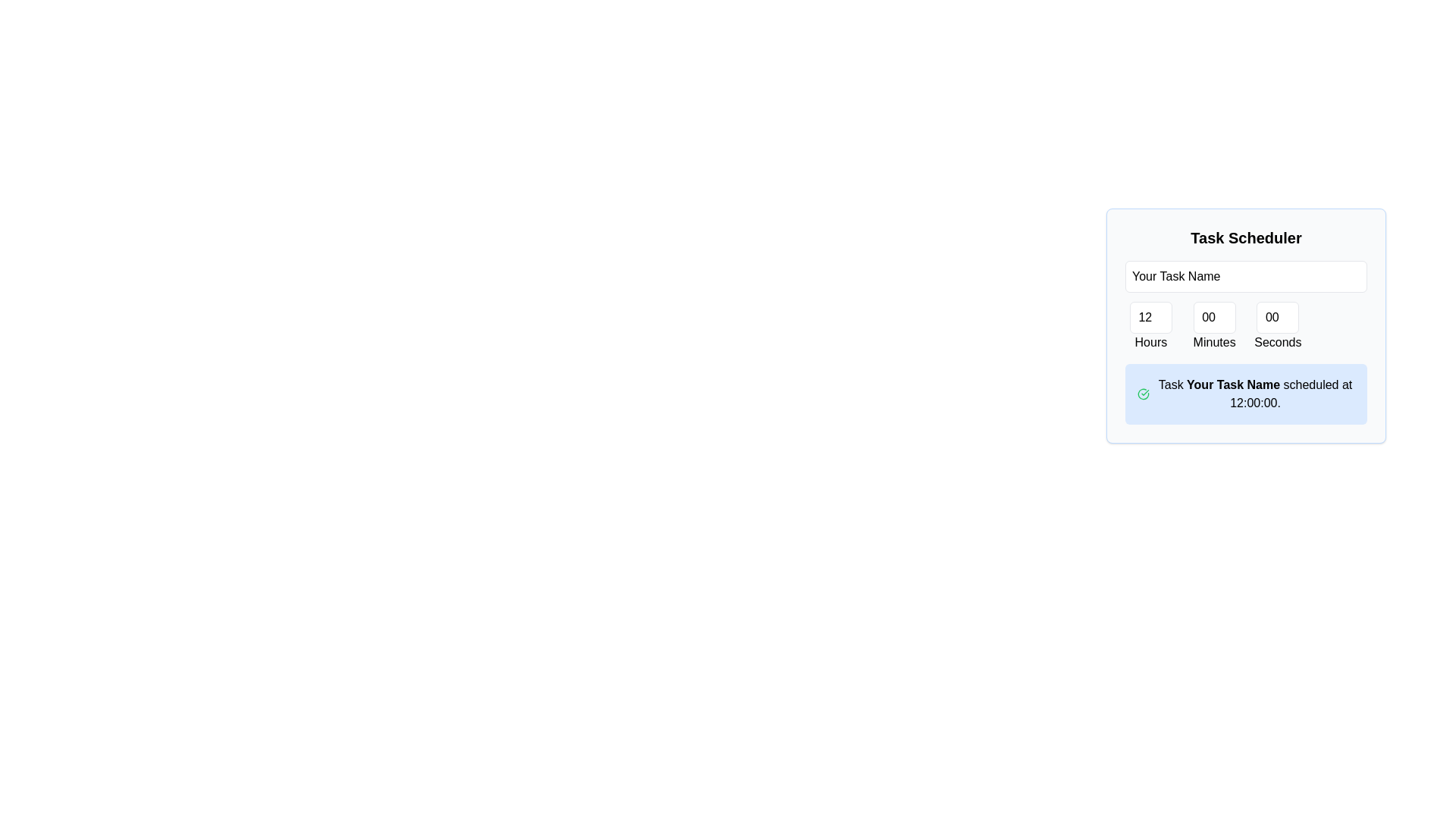 This screenshot has height=819, width=1456. Describe the element at coordinates (1214, 342) in the screenshot. I see `the text label displaying 'Minutes', which is positioned below the input field labeled '00' and above the 'Seconds' label` at that location.